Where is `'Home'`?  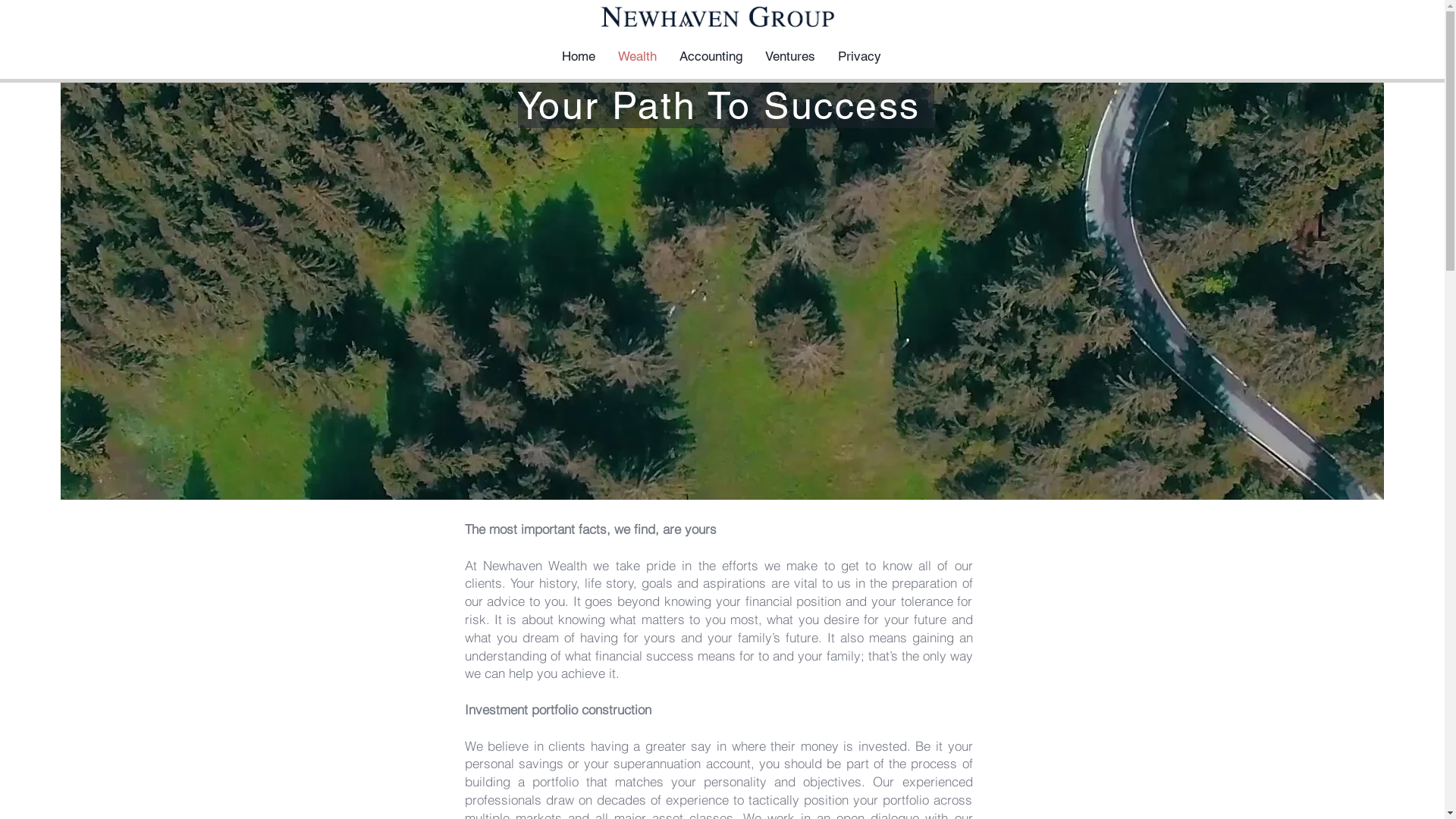 'Home' is located at coordinates (578, 55).